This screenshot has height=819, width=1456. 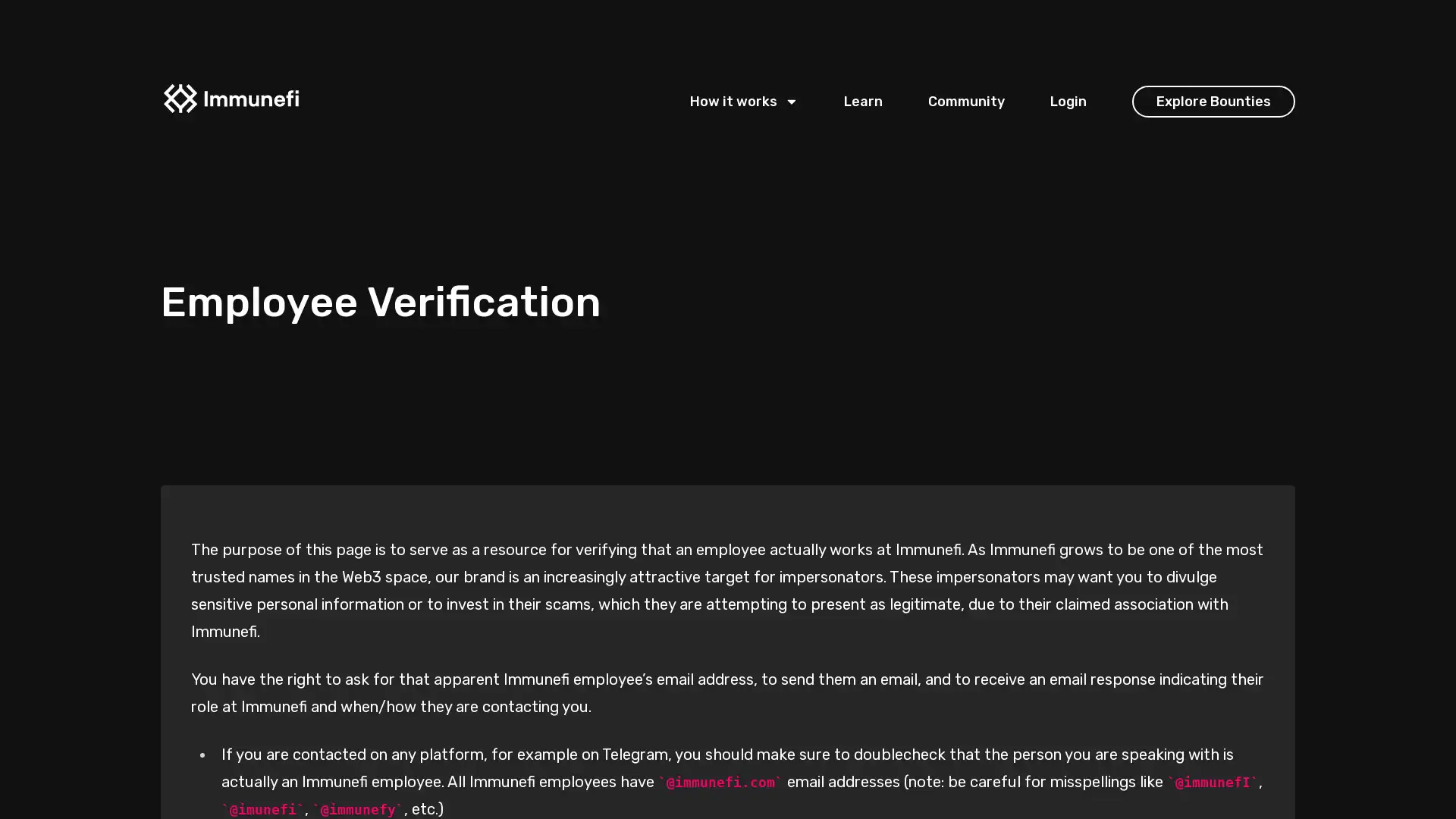 I want to click on How it works, so click(x=744, y=101).